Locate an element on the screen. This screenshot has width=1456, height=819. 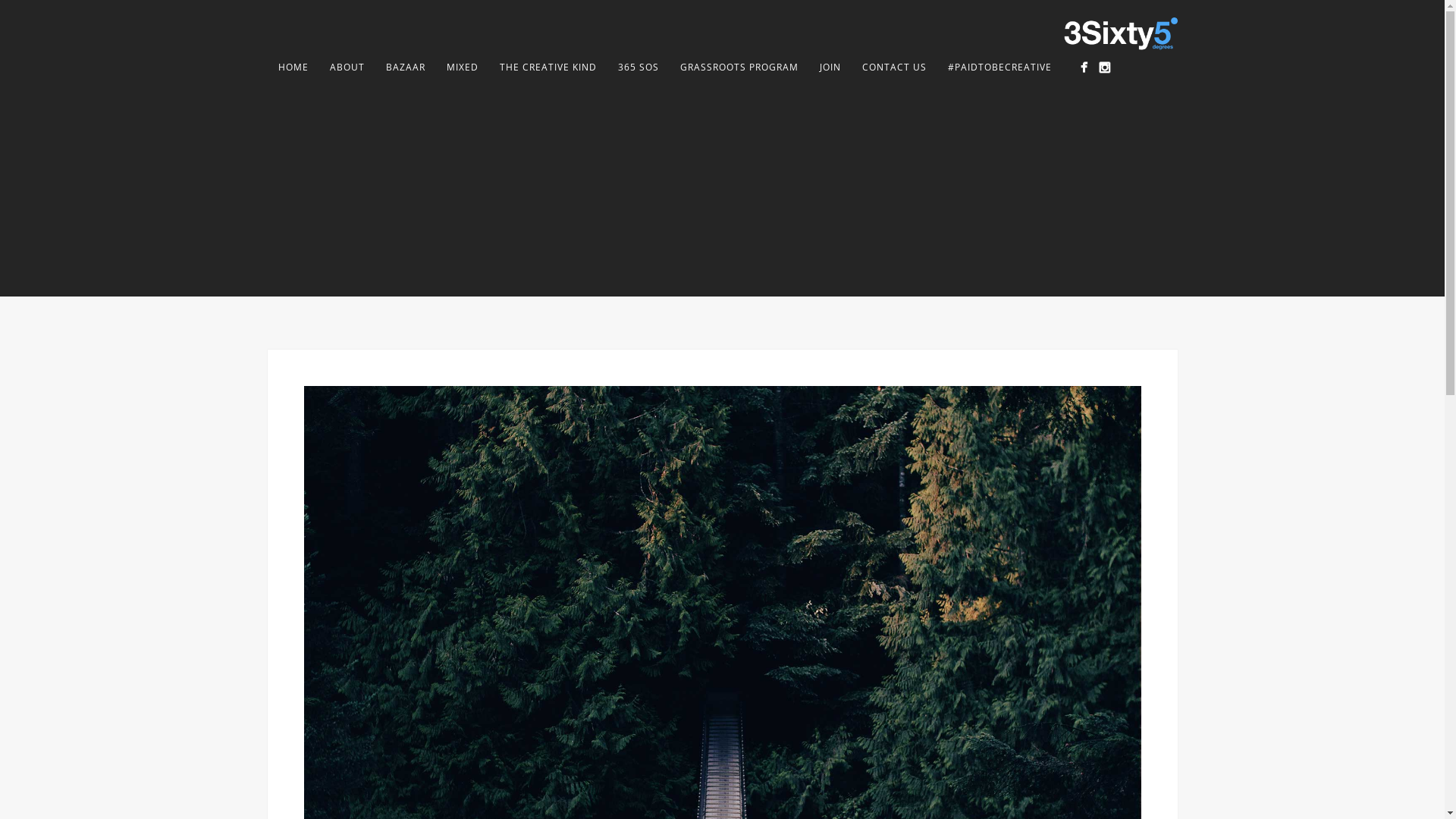
'Facebook Page' is located at coordinates (1082, 66).